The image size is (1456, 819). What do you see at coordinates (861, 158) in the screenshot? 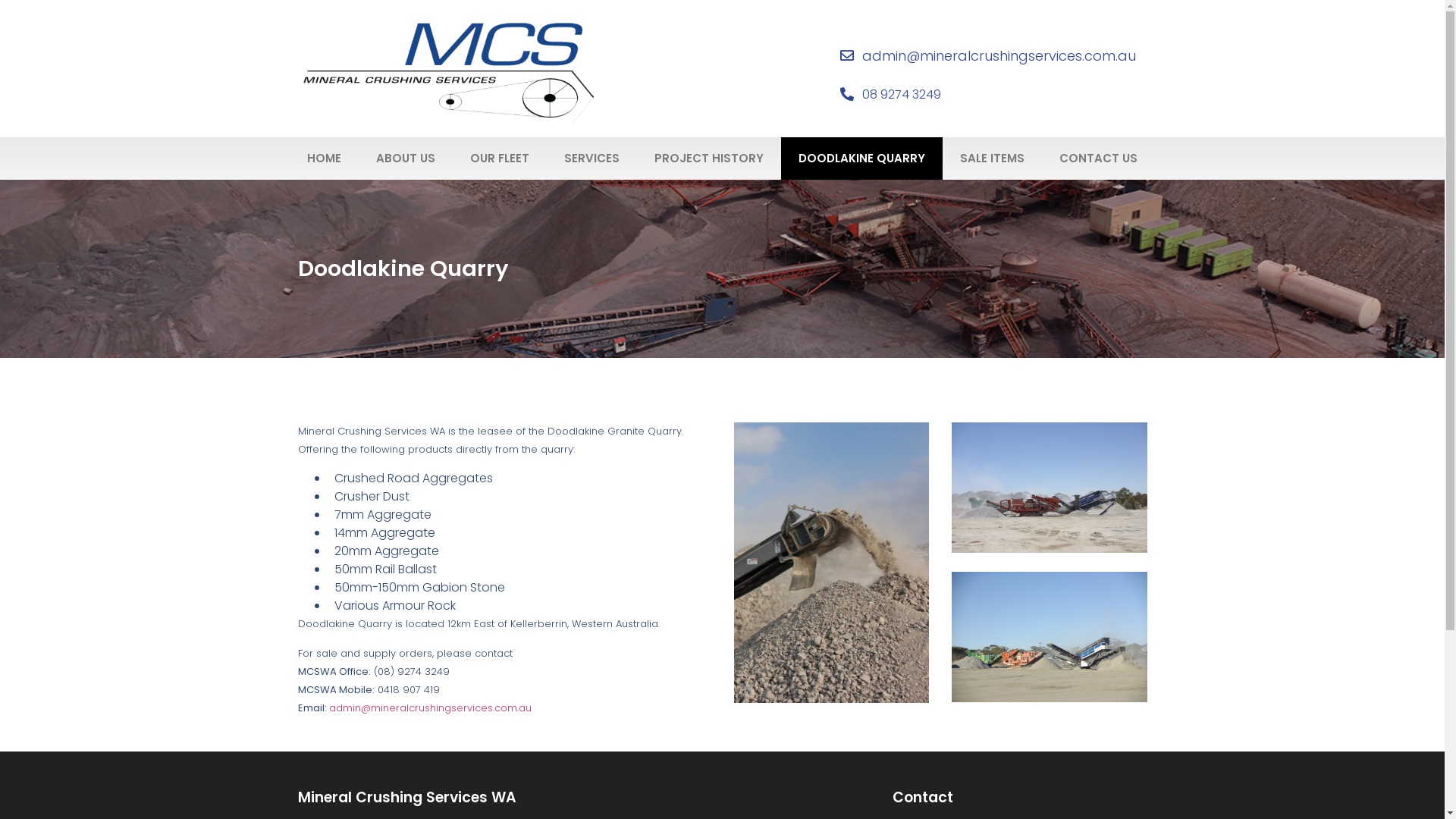
I see `'DOODLAKINE QUARRY'` at bounding box center [861, 158].